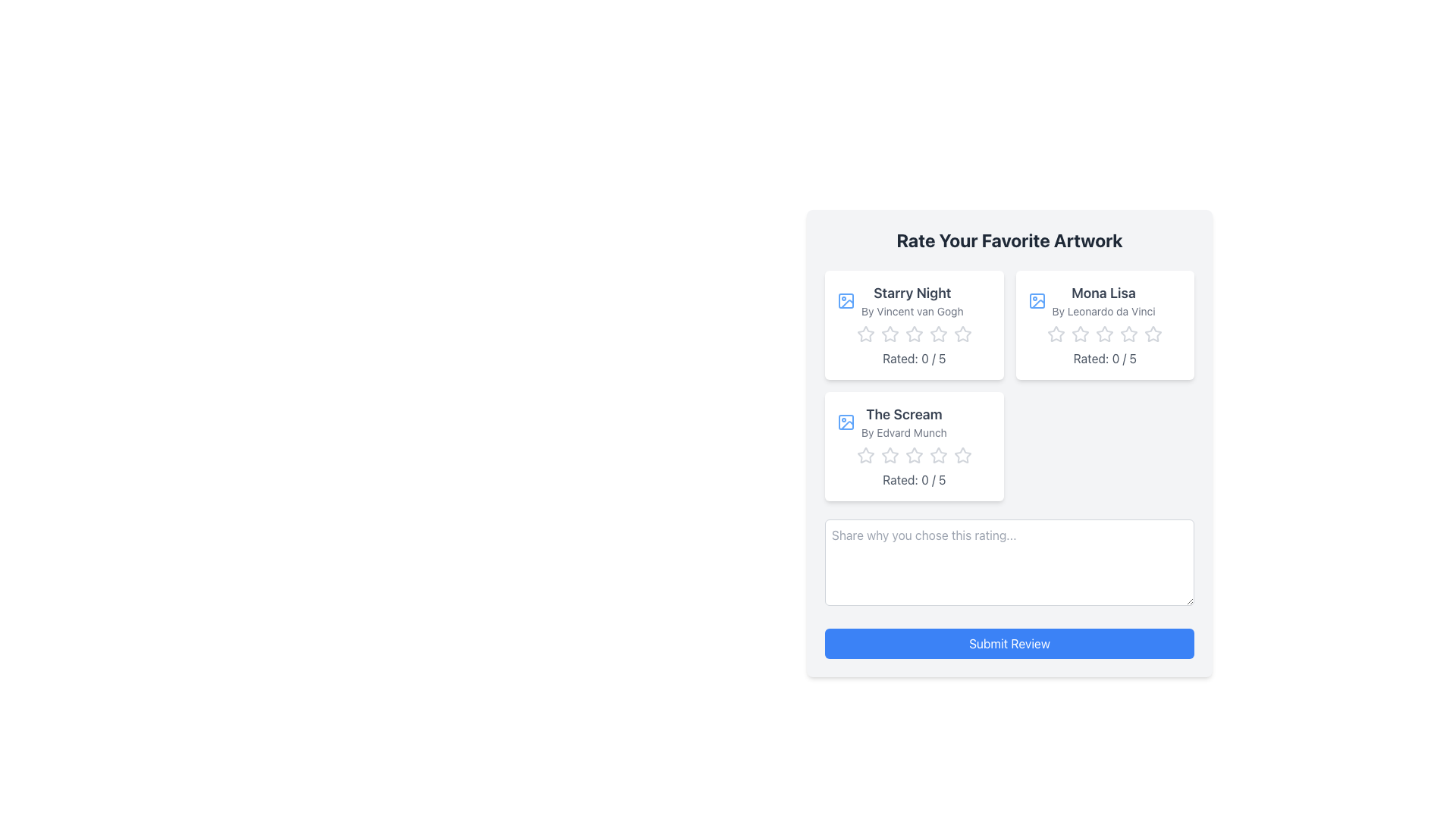  I want to click on the text label displaying the current rating of the artwork 'Mona Lisa', which shows a rating of 0 out of 5, located inside the card in the top-right section of the layout, so click(1105, 359).